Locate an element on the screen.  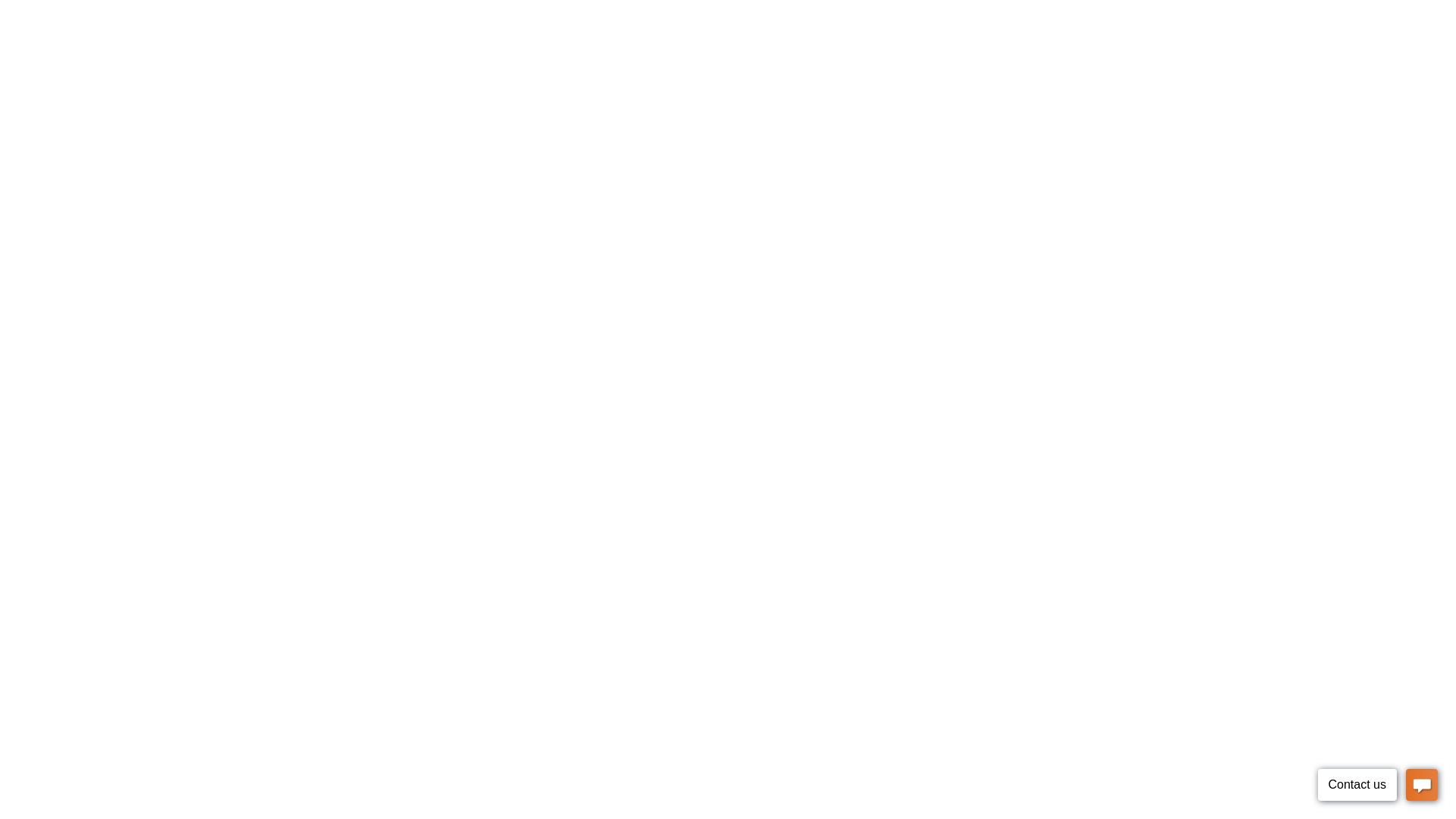
'Pure Chat Live Chat' is located at coordinates (1377, 786).